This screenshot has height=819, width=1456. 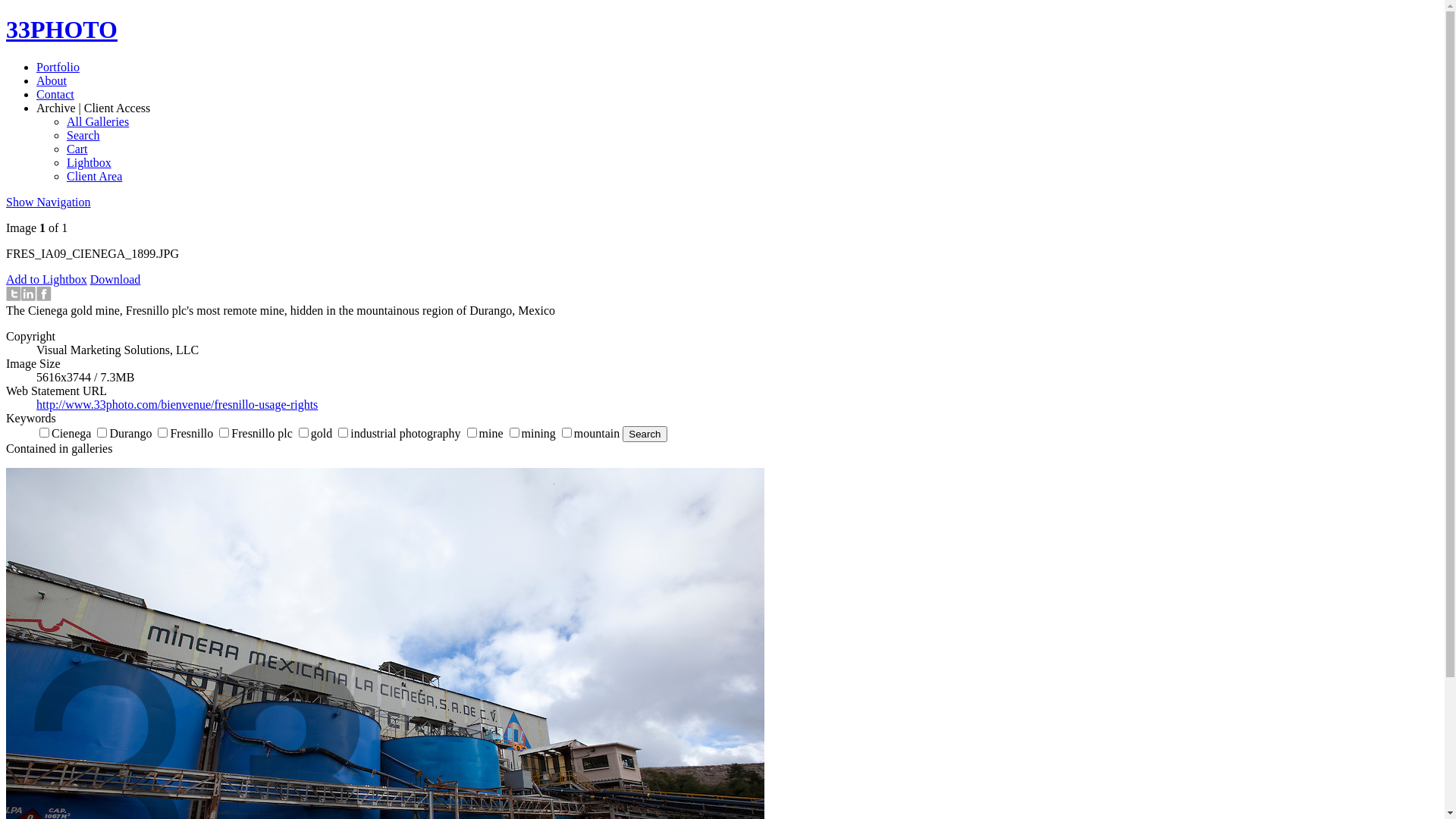 I want to click on 'Add to Lightbox', so click(x=6, y=279).